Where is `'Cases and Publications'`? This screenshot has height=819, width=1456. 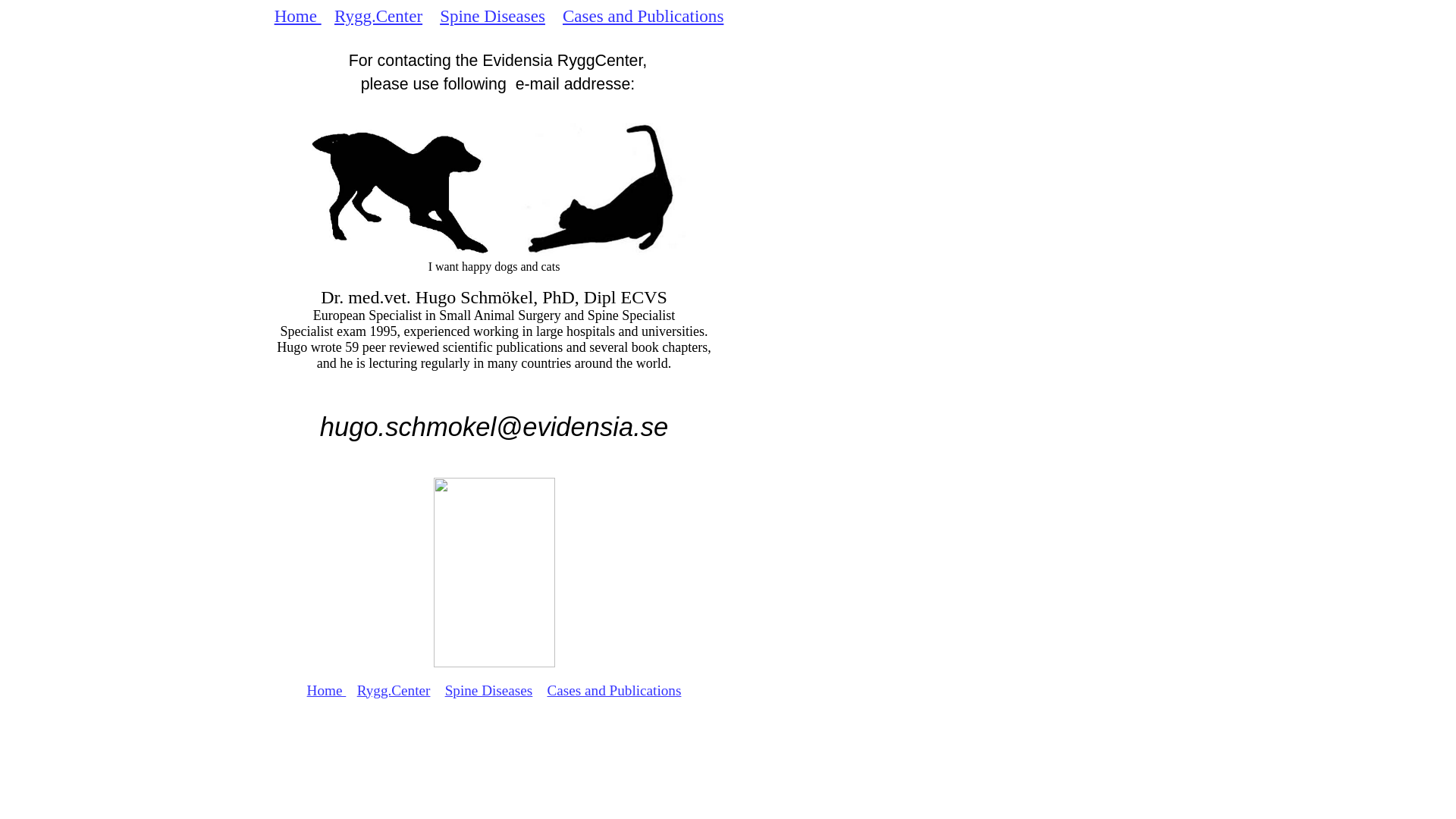
'Cases and Publications' is located at coordinates (643, 15).